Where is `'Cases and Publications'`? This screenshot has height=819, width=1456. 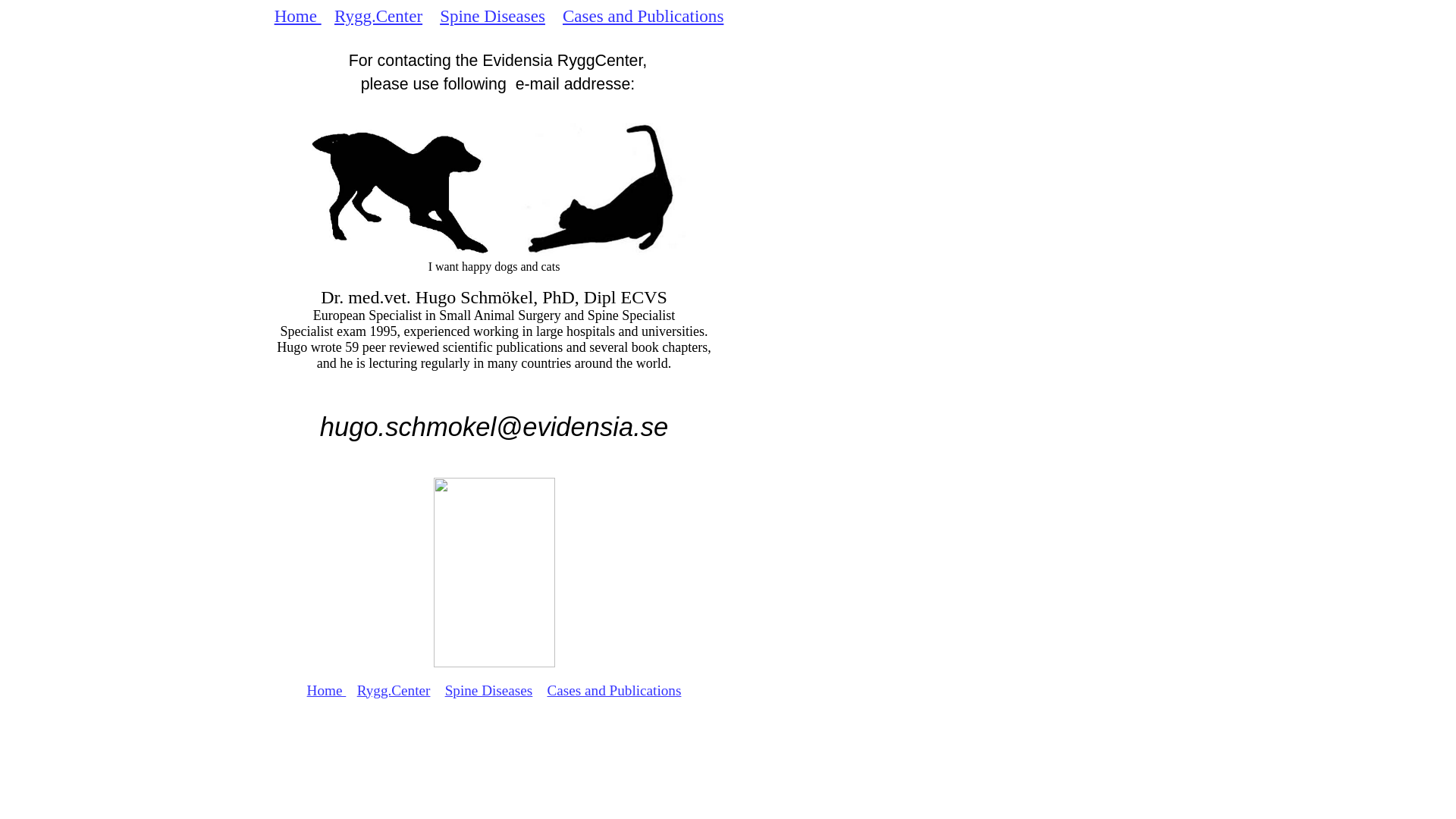
'Cases and Publications' is located at coordinates (643, 15).